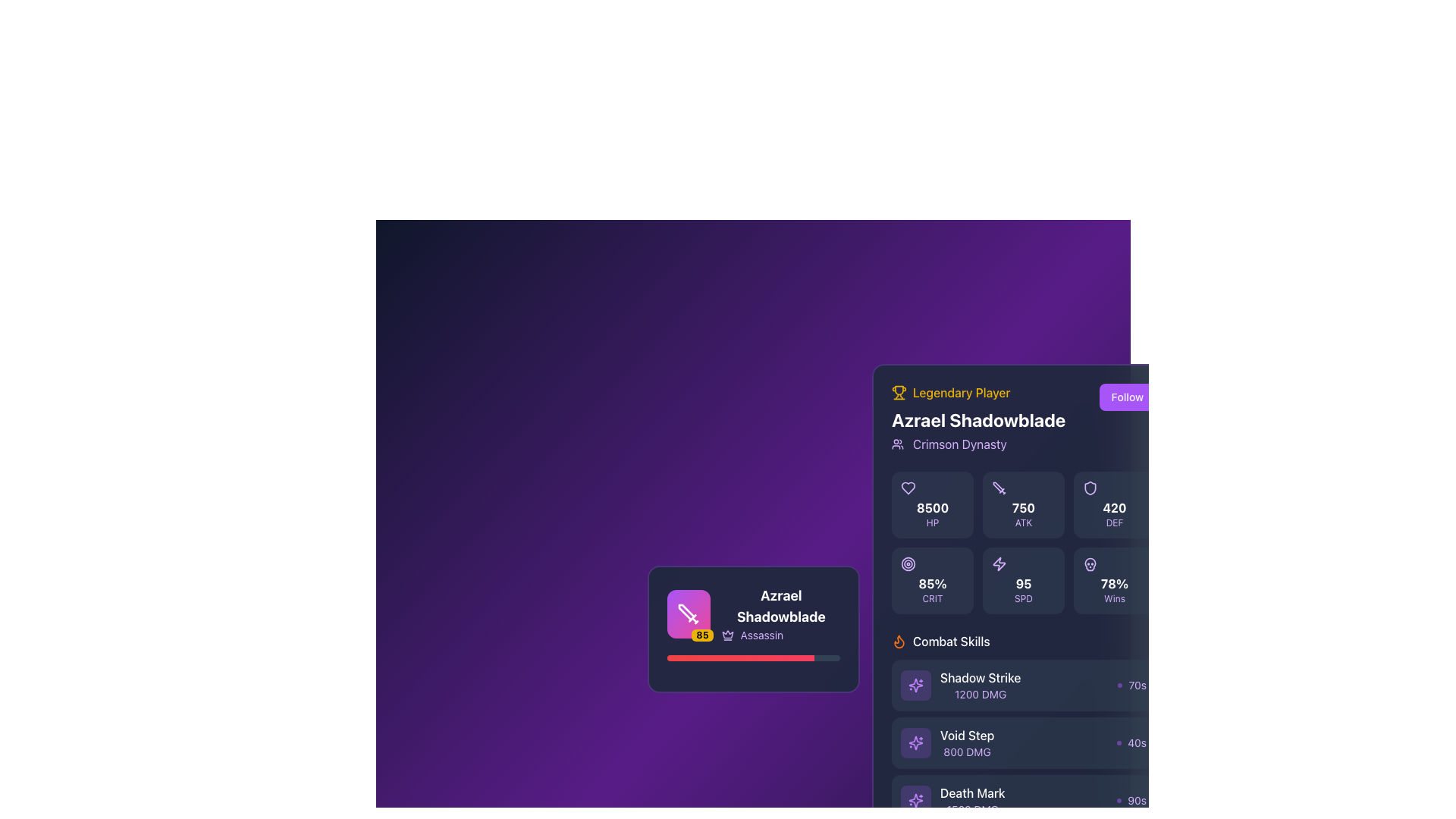  I want to click on the Text Label displaying the damage value '1500 DMG' for the skill 'Death Mark', located below the corresponding skill label, so click(972, 809).